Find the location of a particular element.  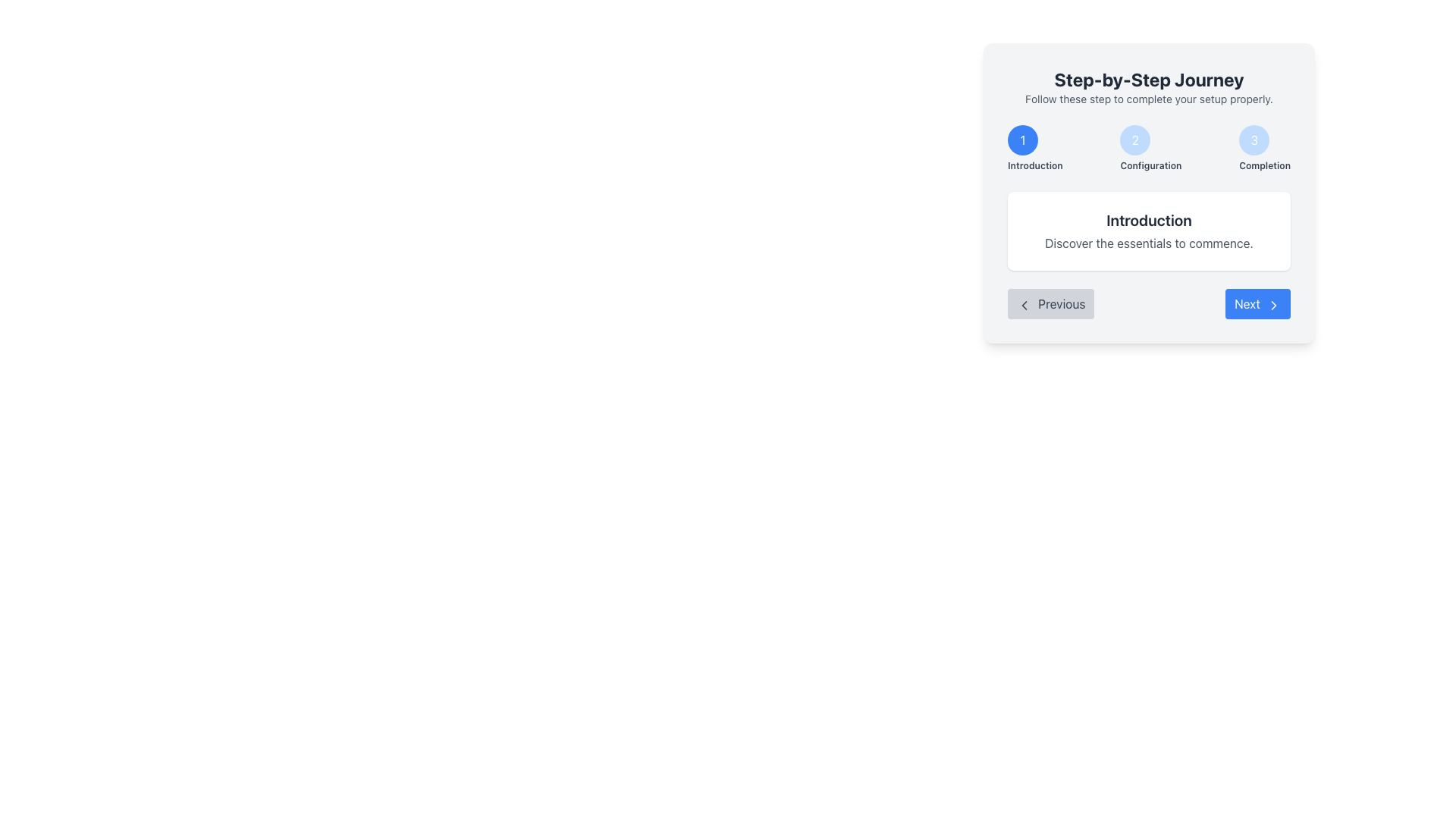

the 'Configuration' text label styled in a small, bold gray font, located below the blue circular indicator with the number '2' is located at coordinates (1150, 165).